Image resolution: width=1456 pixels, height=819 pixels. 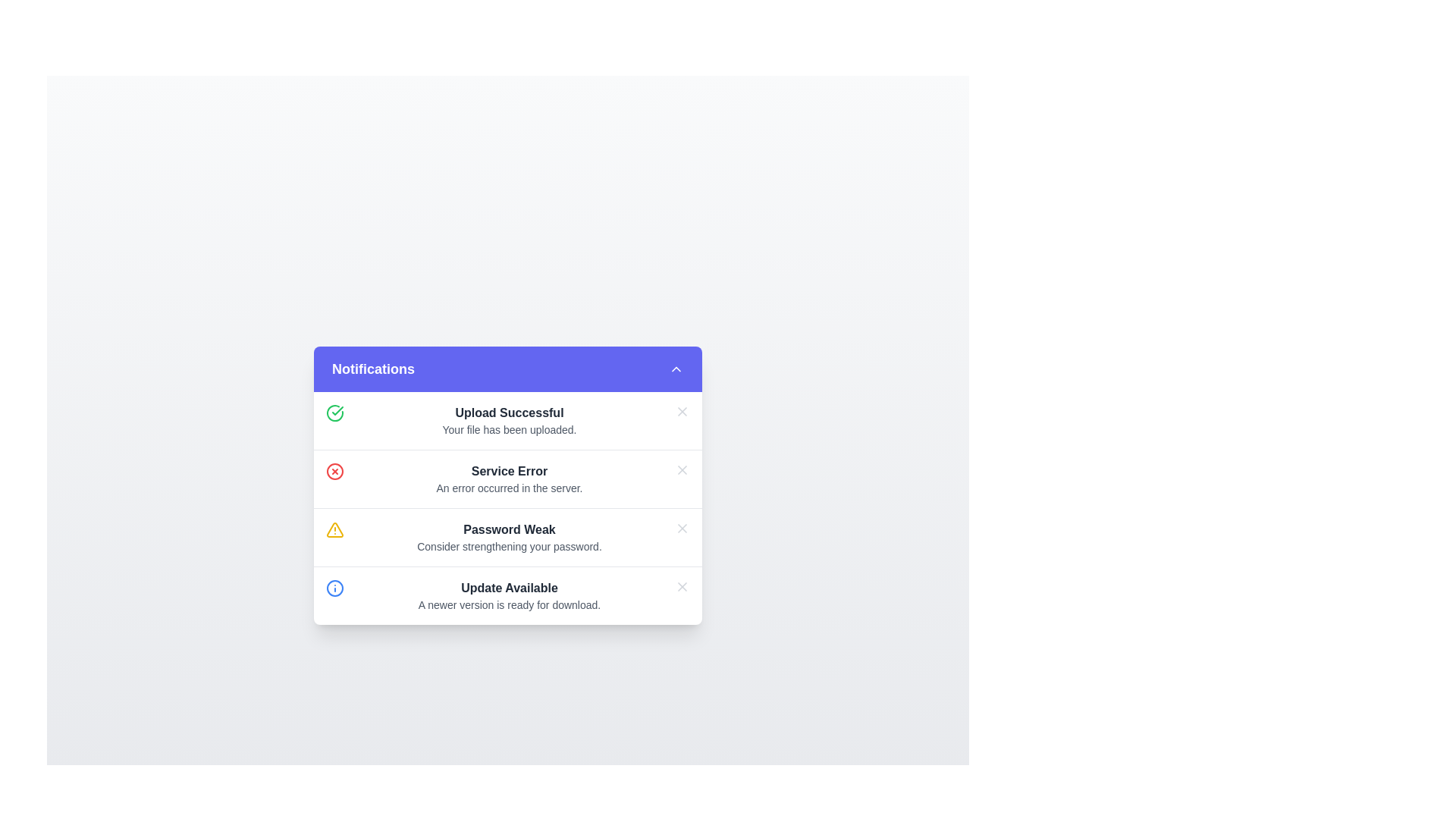 What do you see at coordinates (510, 536) in the screenshot?
I see `the notification text block that informs the user about a weak password, which is the third notification in the panel` at bounding box center [510, 536].